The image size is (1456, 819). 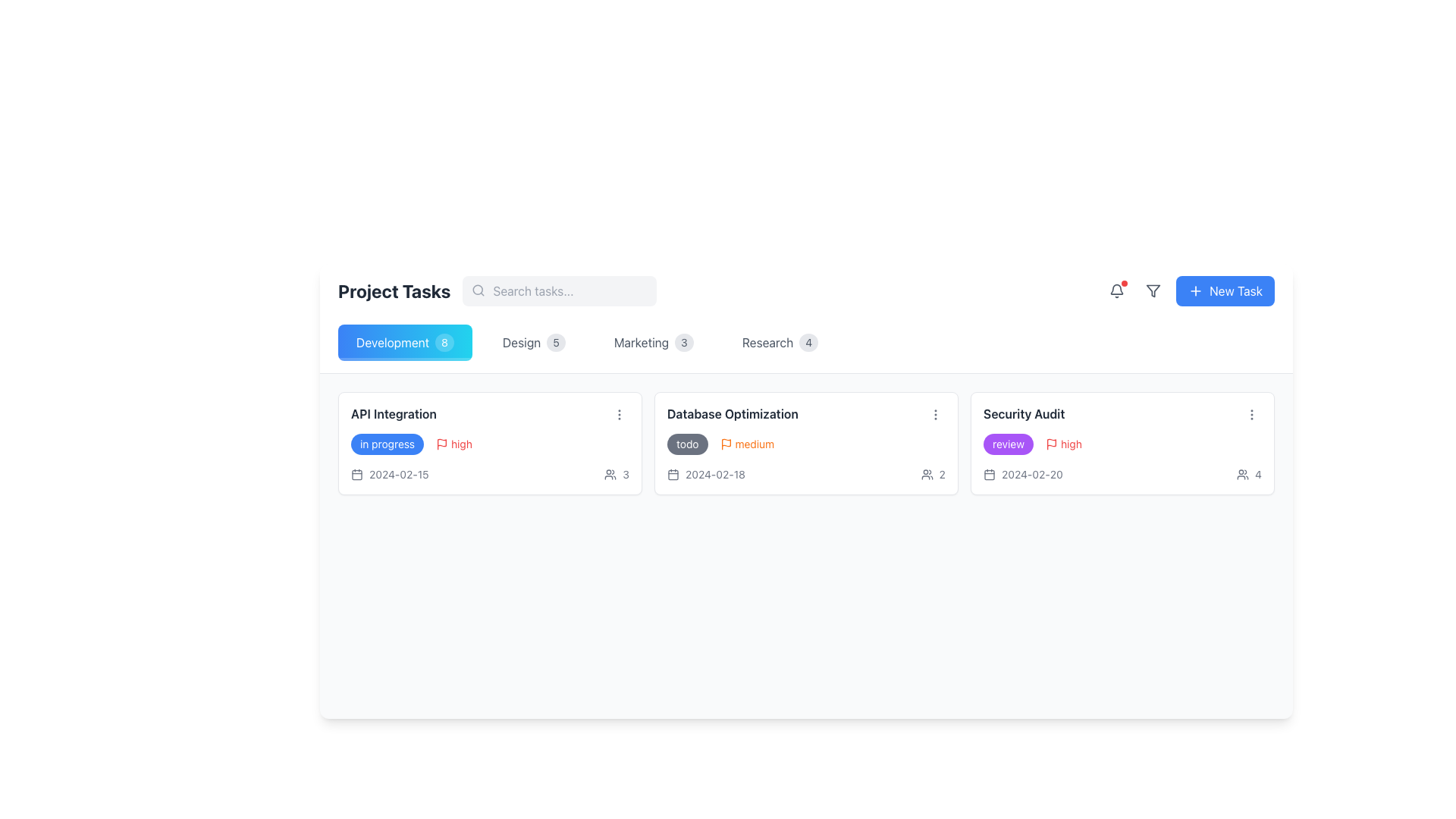 What do you see at coordinates (559, 291) in the screenshot?
I see `the search input field located right-aligned within the 'Project Tasks' section, next to the section title 'Project Tasks'` at bounding box center [559, 291].